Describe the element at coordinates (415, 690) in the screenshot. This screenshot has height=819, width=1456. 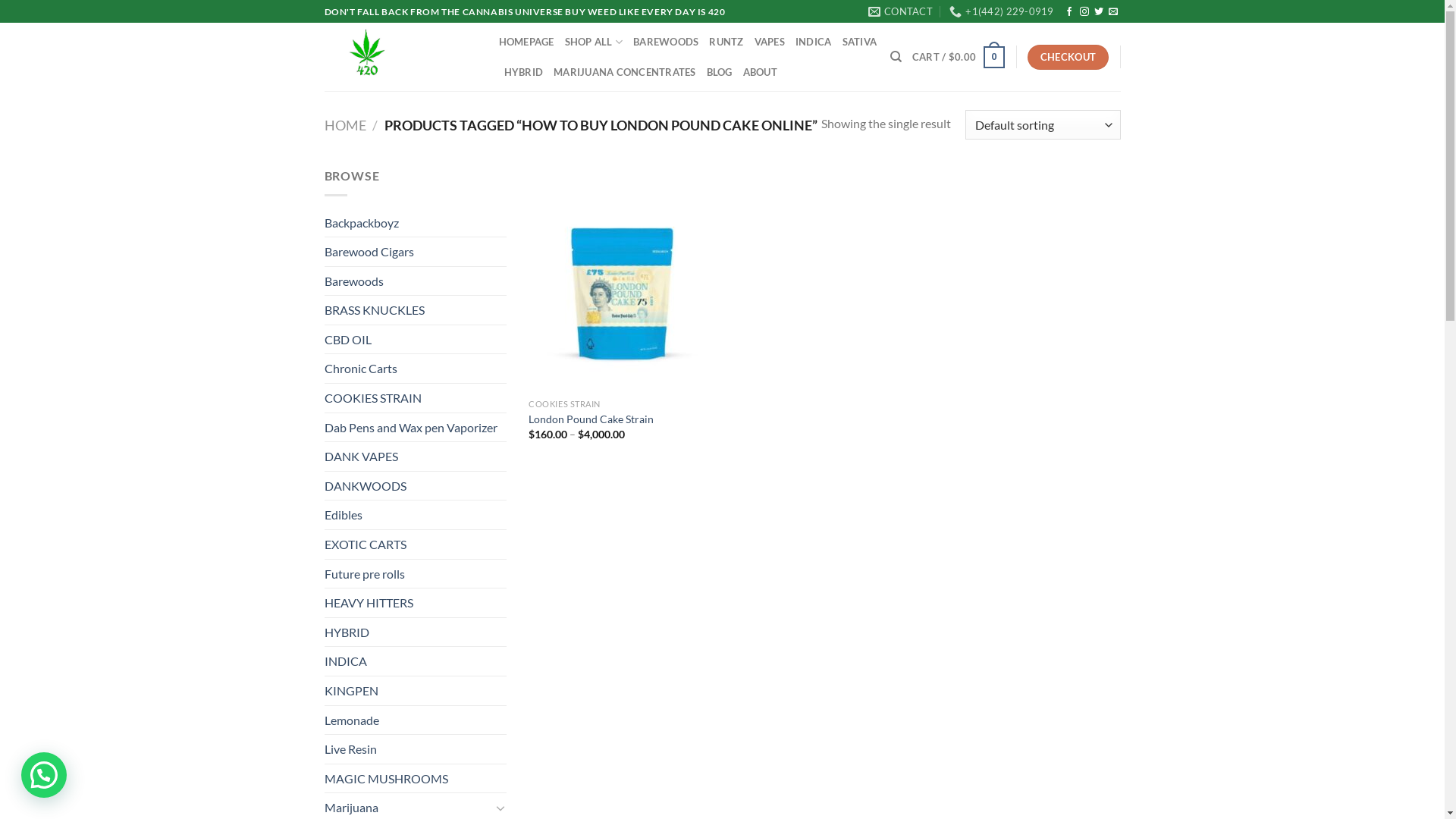
I see `'KINGPEN'` at that location.